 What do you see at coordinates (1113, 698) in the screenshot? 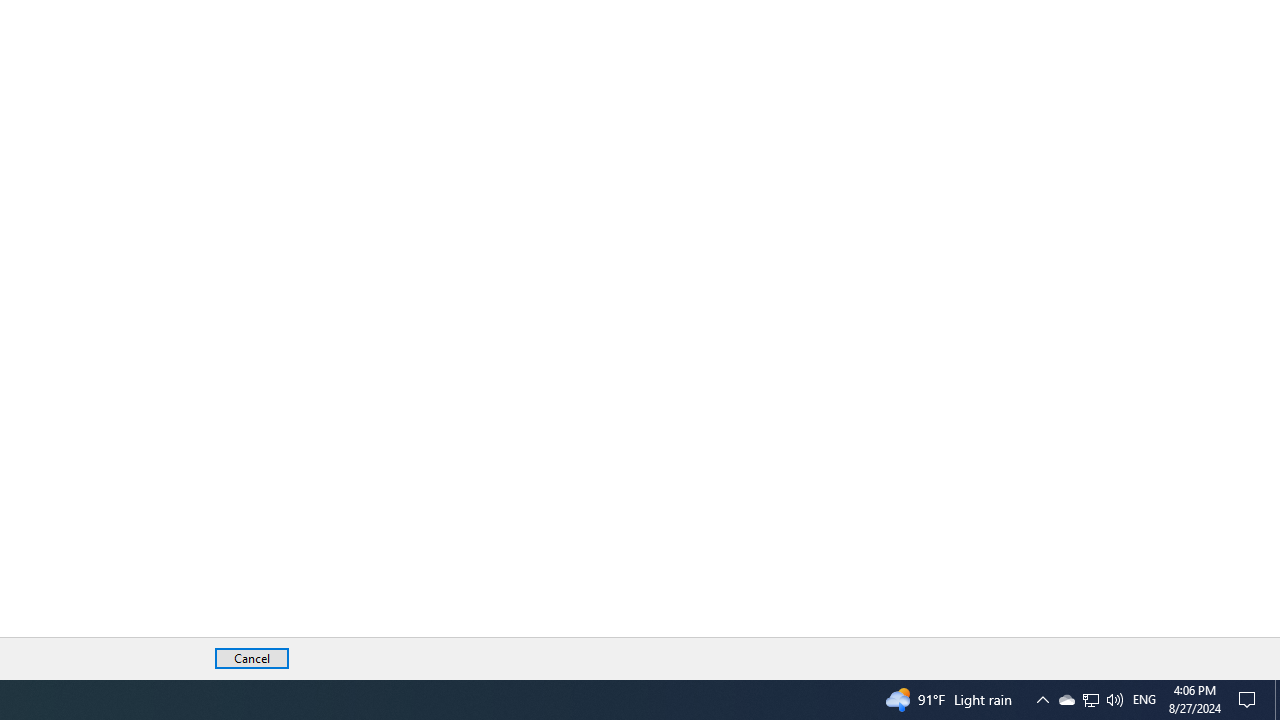
I see `'Q2790: 100%'` at bounding box center [1113, 698].